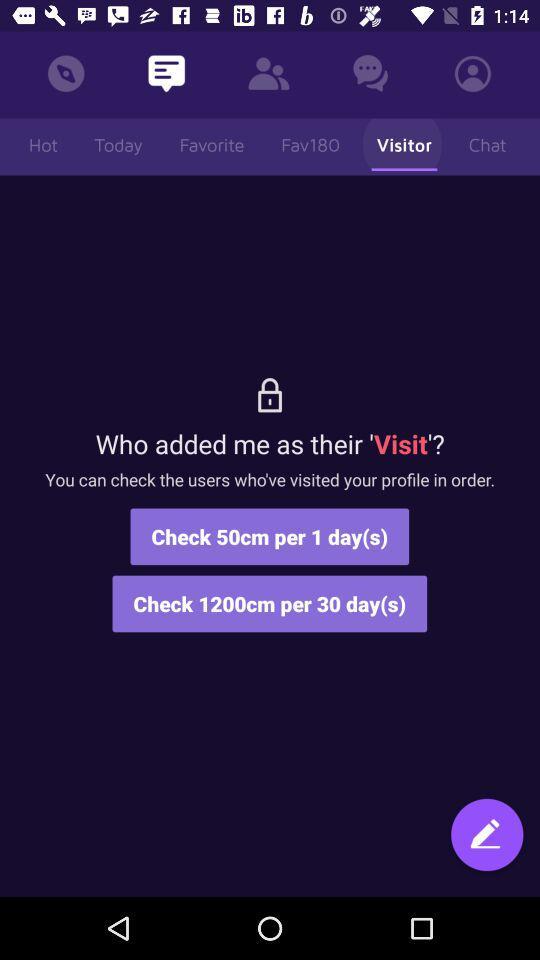  I want to click on icon at the bottom right corner, so click(486, 843).